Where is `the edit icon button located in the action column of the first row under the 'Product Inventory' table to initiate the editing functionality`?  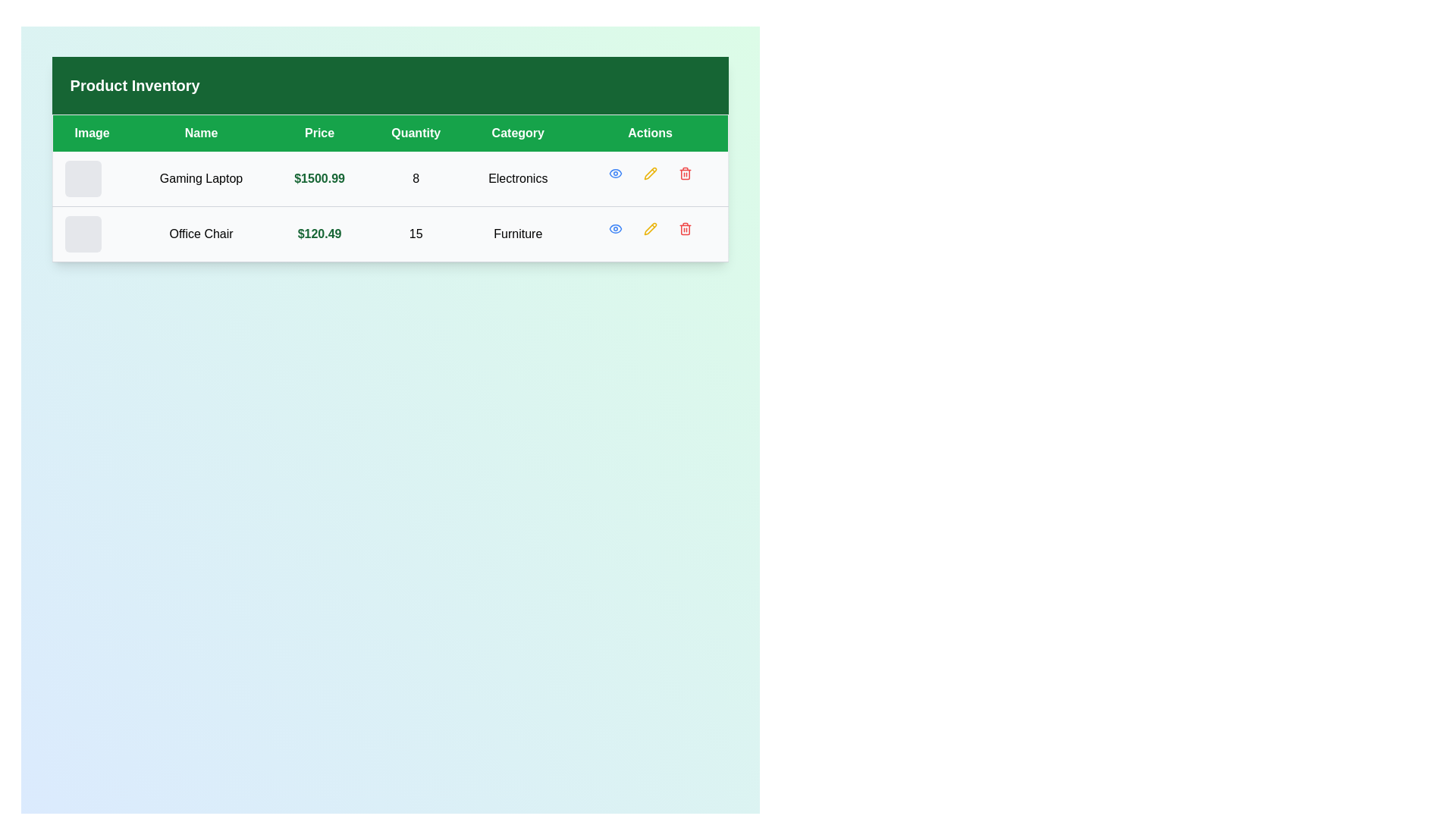
the edit icon button located in the action column of the first row under the 'Product Inventory' table to initiate the editing functionality is located at coordinates (650, 172).